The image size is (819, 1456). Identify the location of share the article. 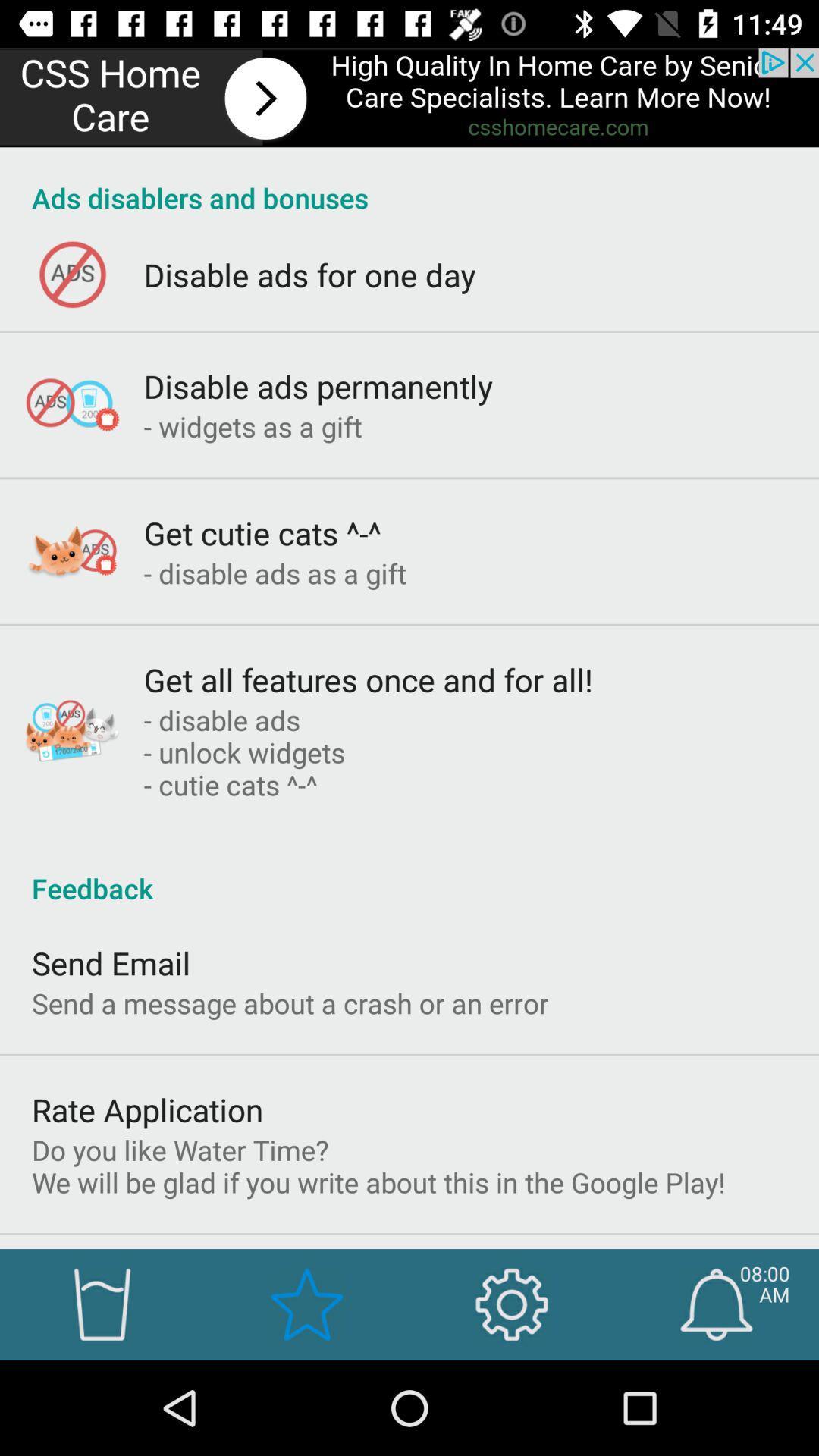
(409, 96).